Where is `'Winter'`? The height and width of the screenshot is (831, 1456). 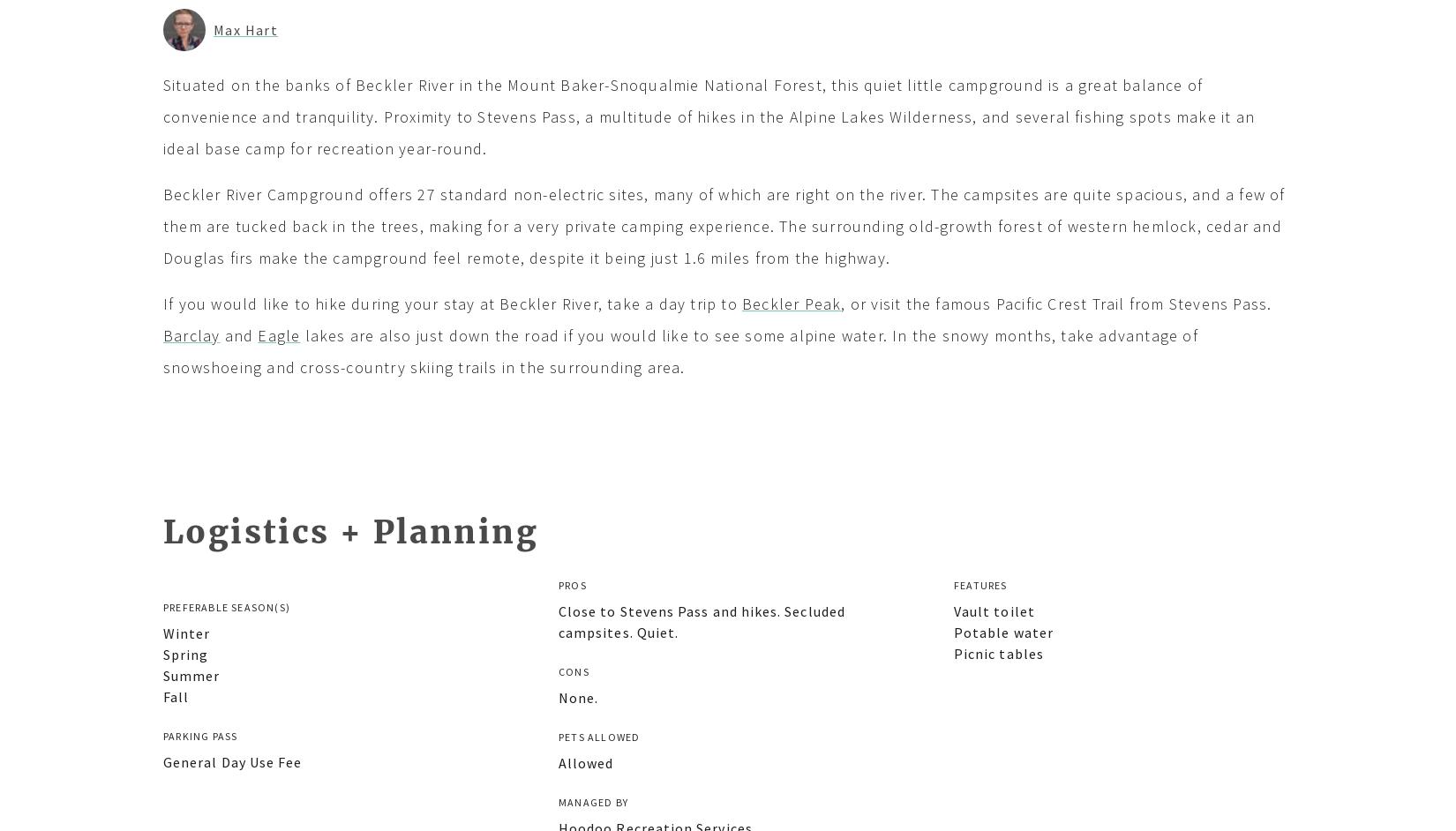 'Winter' is located at coordinates (162, 631).